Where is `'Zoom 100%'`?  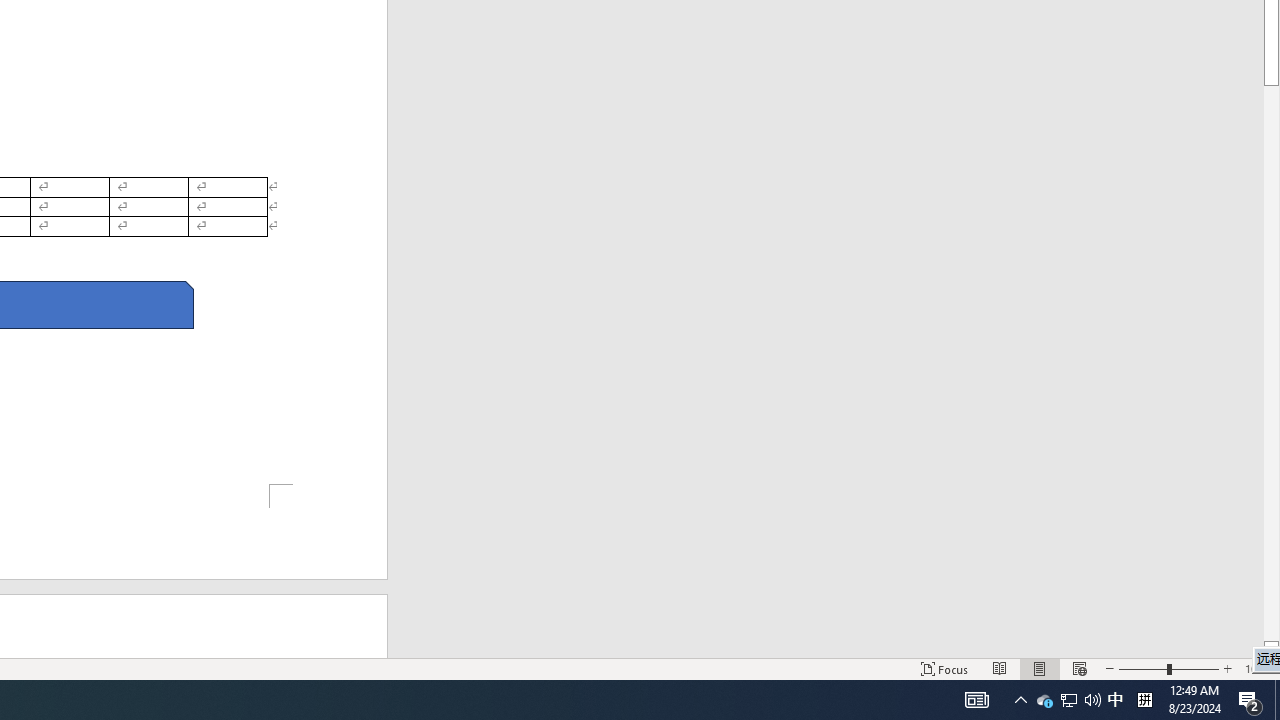
'Zoom 100%' is located at coordinates (1257, 669).